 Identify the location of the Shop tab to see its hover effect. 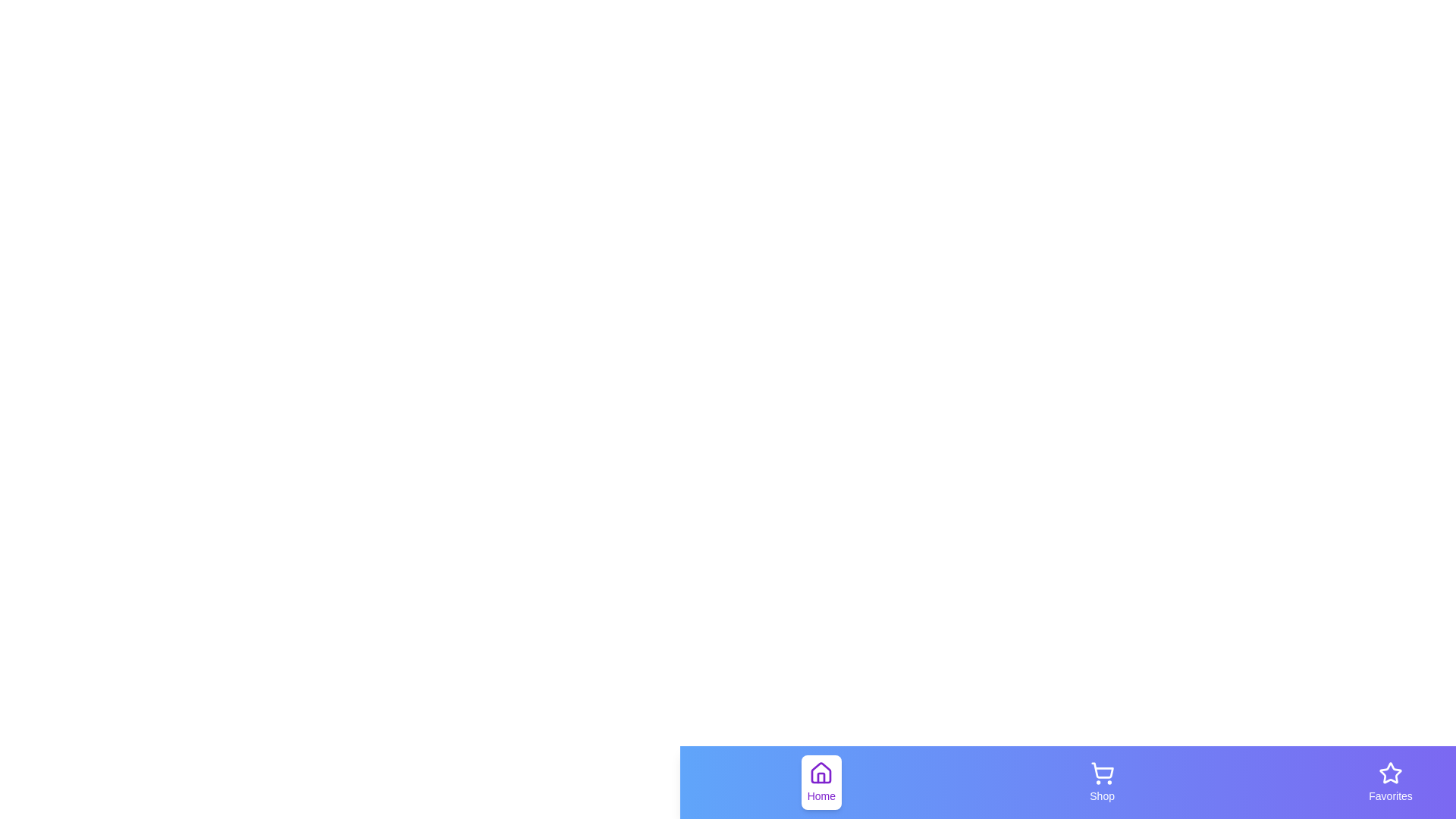
(1102, 783).